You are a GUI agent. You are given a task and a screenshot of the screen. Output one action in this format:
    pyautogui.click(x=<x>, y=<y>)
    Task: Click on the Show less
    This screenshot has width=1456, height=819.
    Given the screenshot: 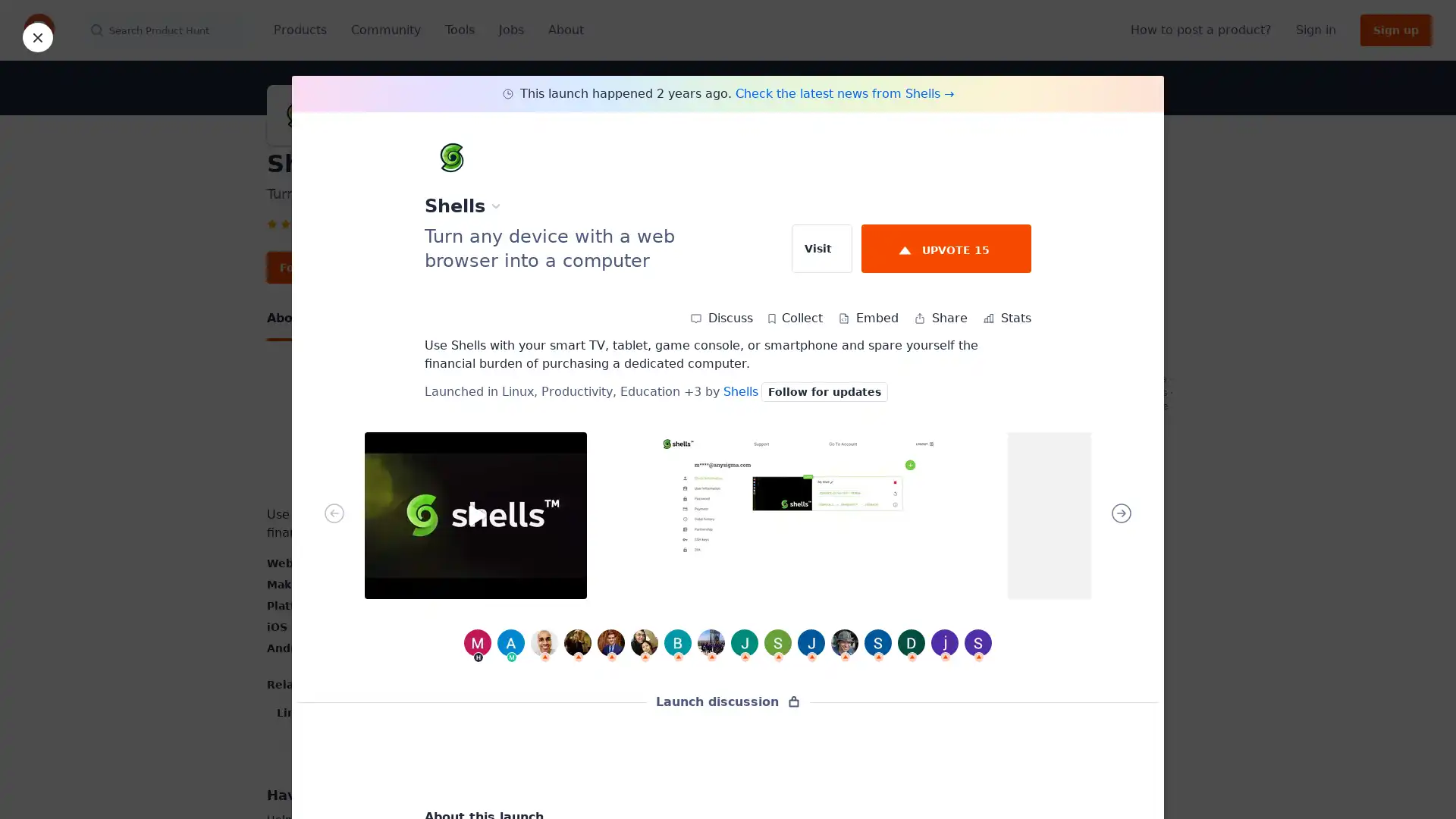 What is the action you would take?
    pyautogui.click(x=569, y=745)
    